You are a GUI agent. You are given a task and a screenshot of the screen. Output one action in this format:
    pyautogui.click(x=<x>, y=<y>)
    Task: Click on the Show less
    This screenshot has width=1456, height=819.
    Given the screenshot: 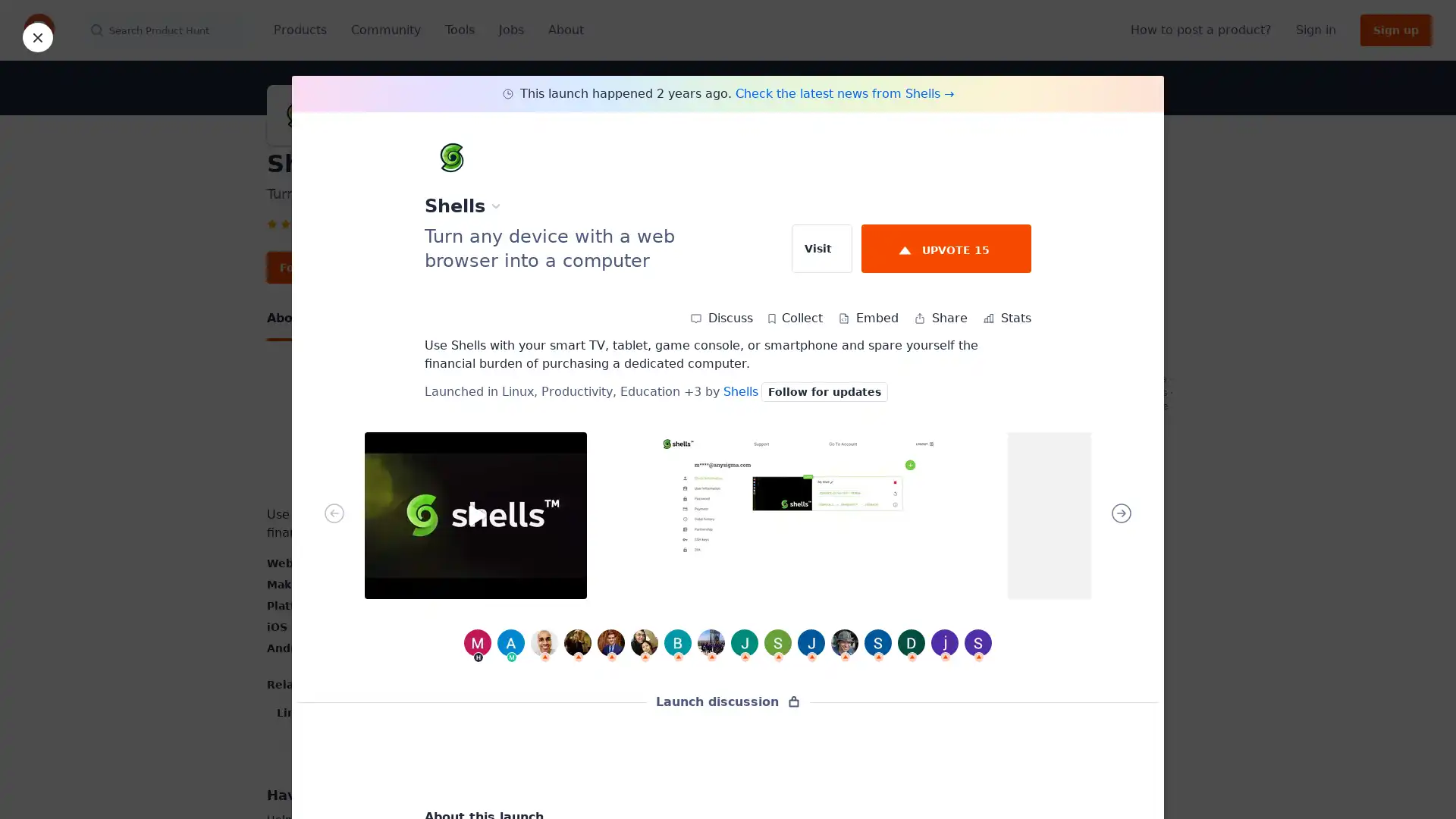 What is the action you would take?
    pyautogui.click(x=569, y=745)
    